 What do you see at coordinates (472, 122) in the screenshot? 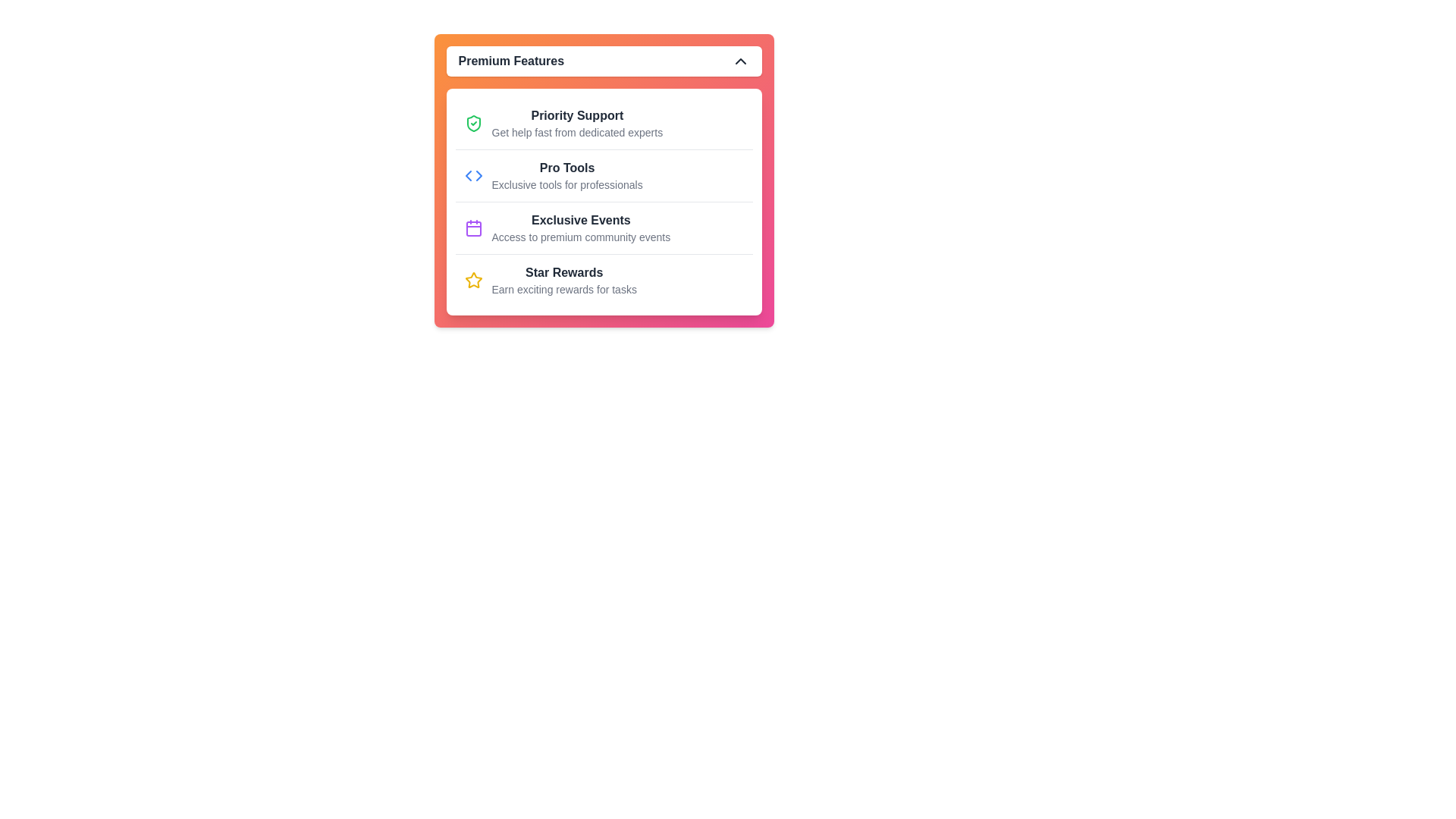
I see `the safety or reliability icon located to the left of the 'Priority Support' text in the premium features list` at bounding box center [472, 122].